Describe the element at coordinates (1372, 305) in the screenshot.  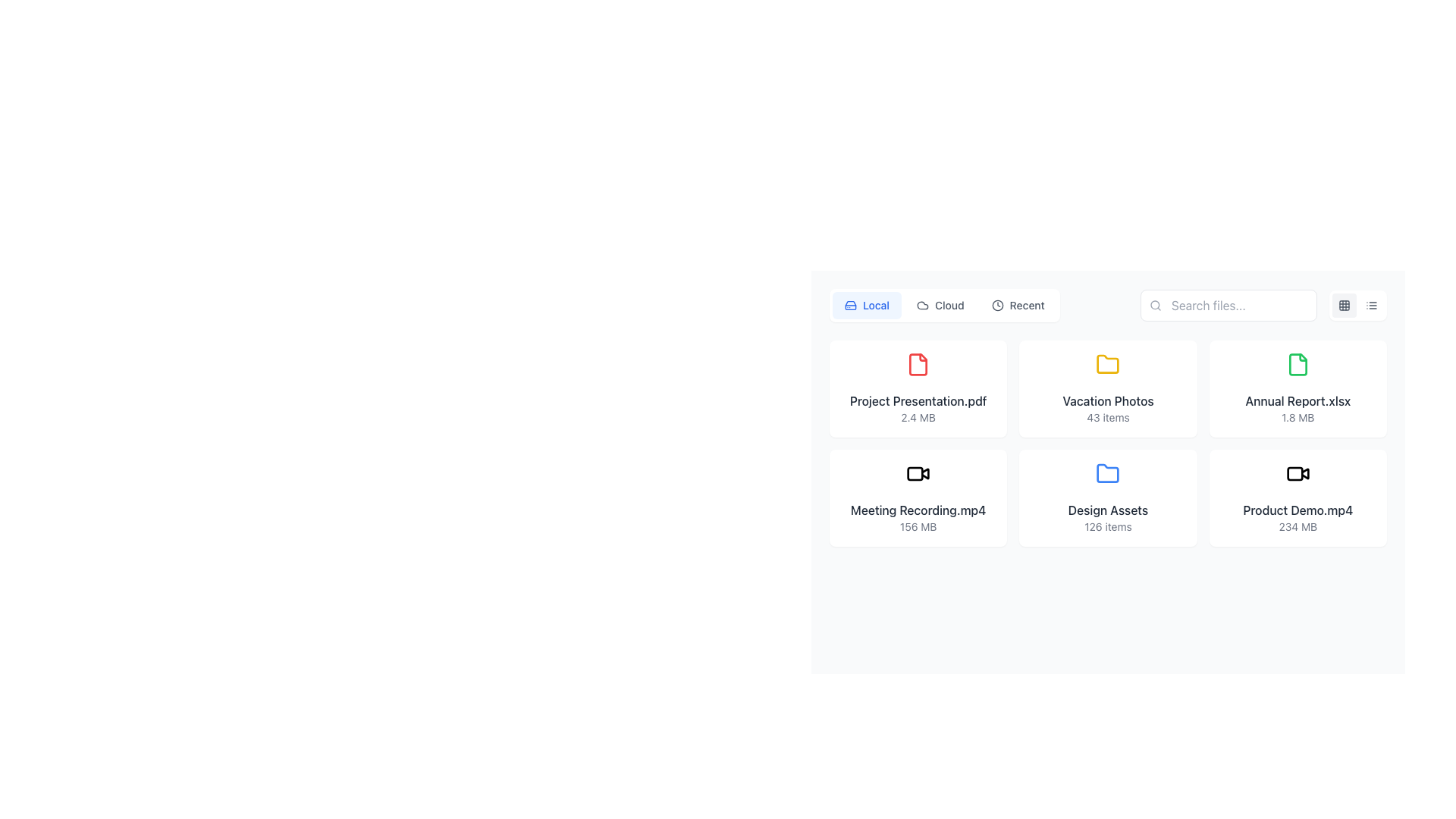
I see `the list view icon located at the top-right corner of the user interface` at that location.